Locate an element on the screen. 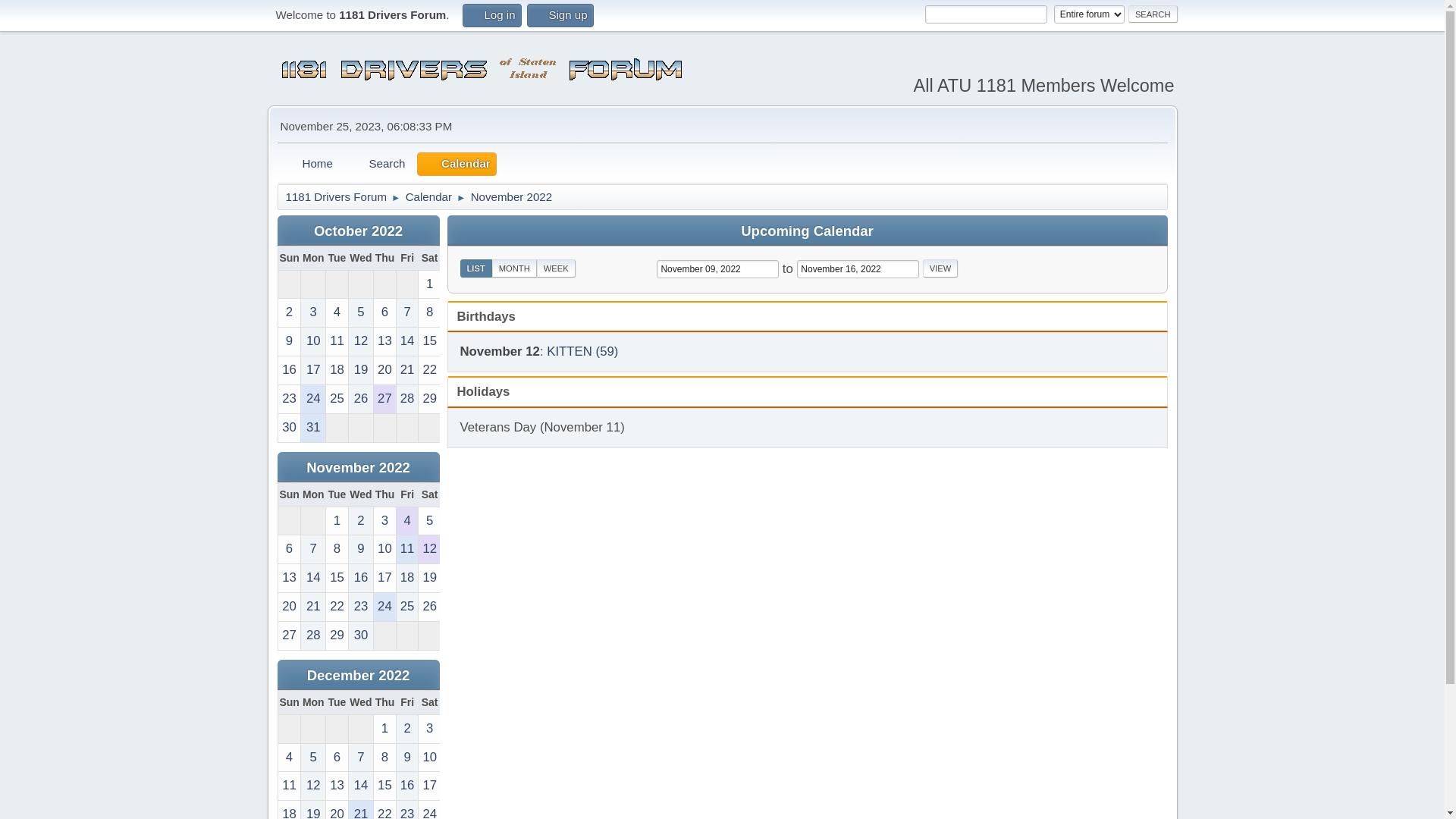 This screenshot has width=1456, height=819. '2' is located at coordinates (277, 312).